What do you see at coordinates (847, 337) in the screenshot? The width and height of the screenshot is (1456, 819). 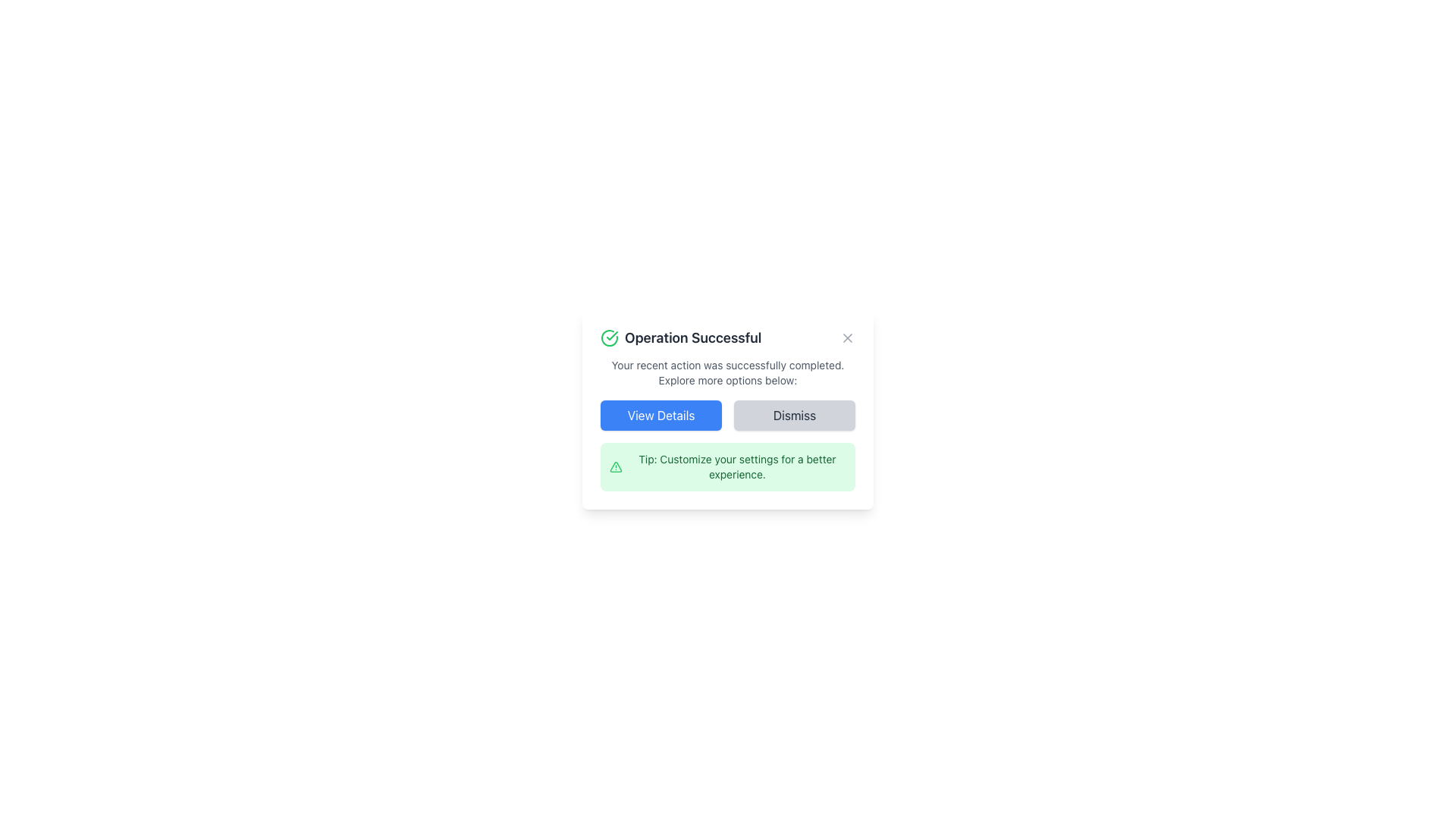 I see `the close button located at the top-right corner of the notification card with the message 'Operation Successful'` at bounding box center [847, 337].